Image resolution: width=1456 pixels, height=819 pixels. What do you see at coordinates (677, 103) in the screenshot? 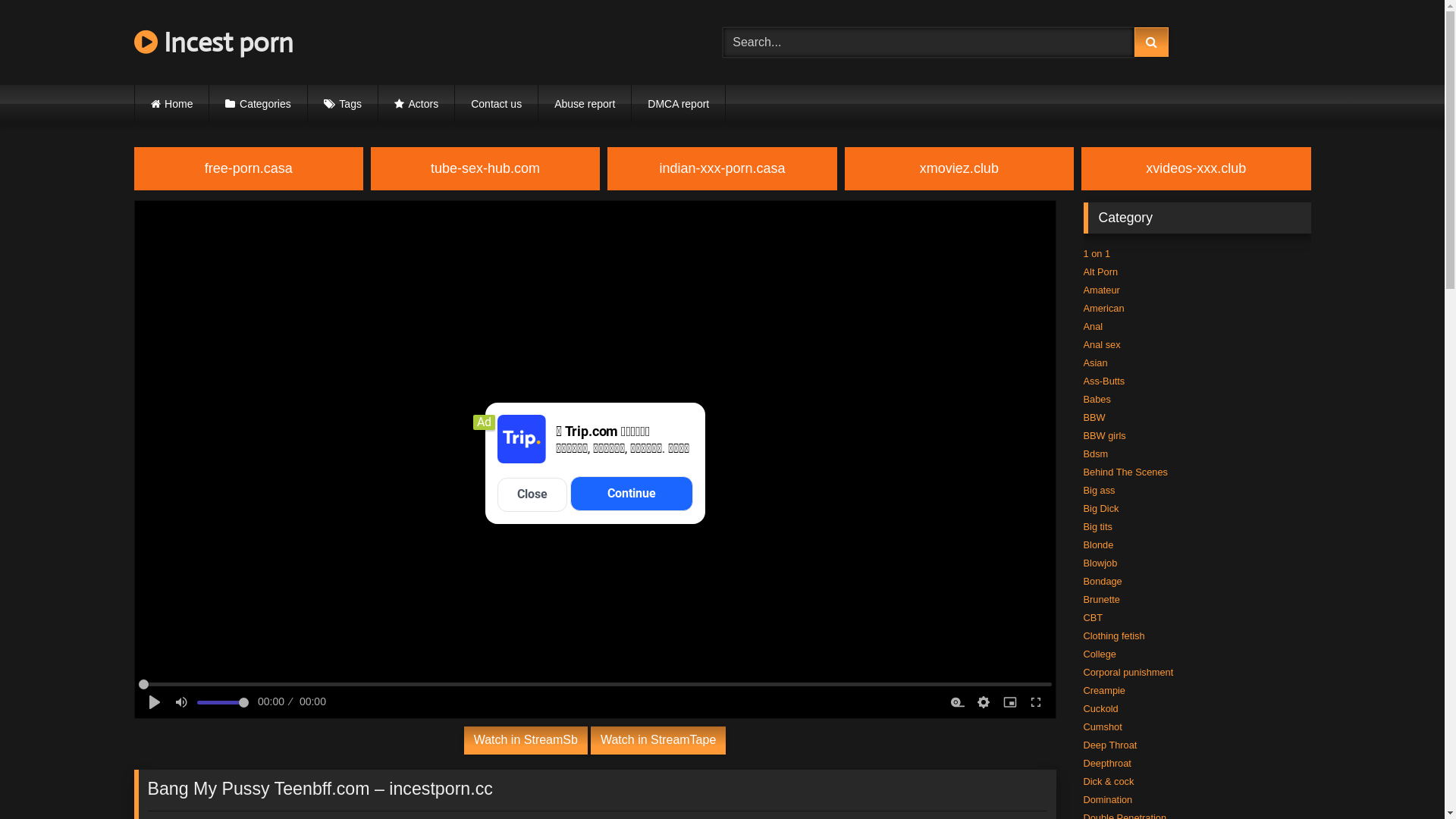
I see `'DMCA report'` at bounding box center [677, 103].